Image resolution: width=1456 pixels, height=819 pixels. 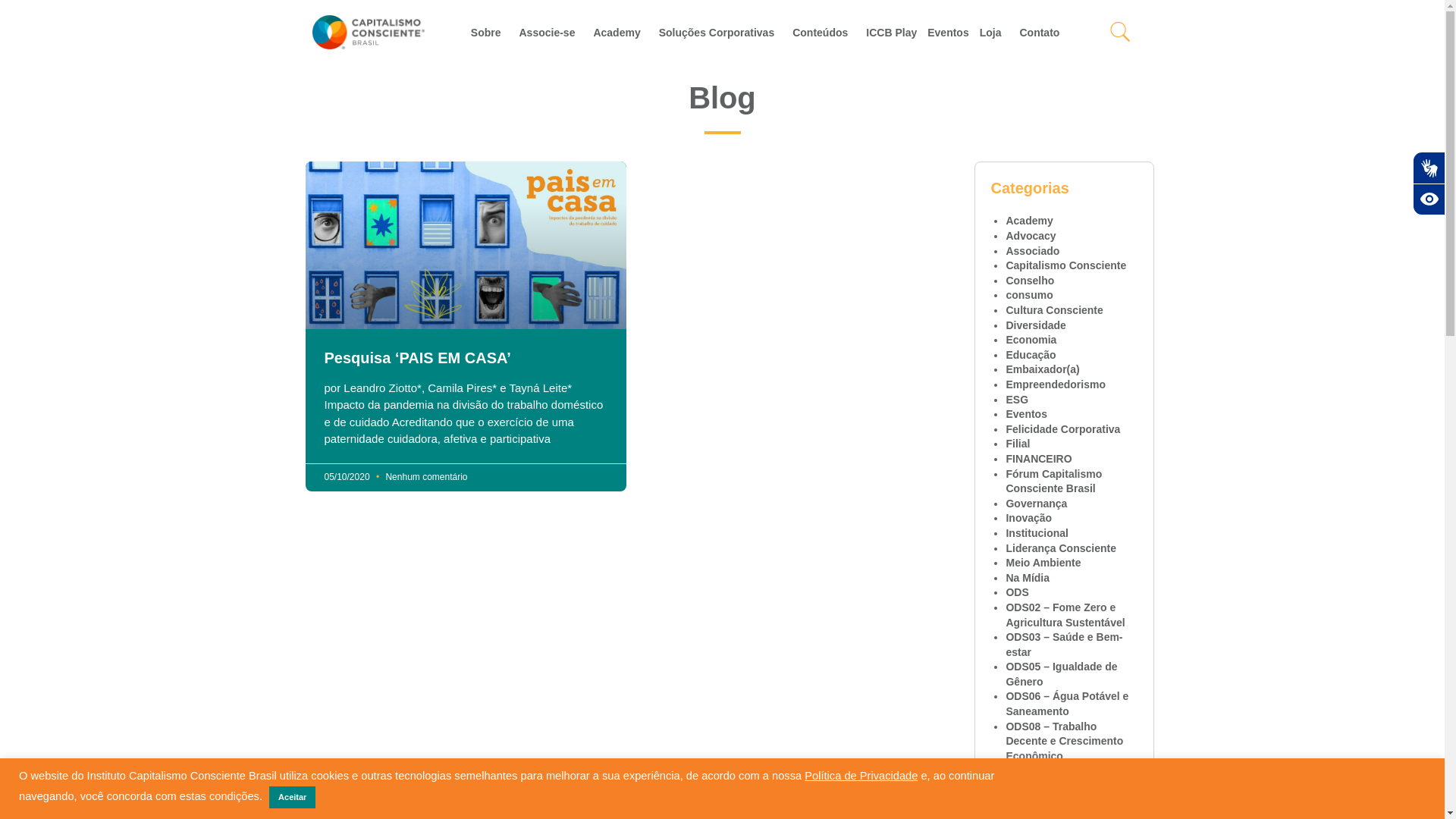 What do you see at coordinates (891, 32) in the screenshot?
I see `'ICCB Play'` at bounding box center [891, 32].